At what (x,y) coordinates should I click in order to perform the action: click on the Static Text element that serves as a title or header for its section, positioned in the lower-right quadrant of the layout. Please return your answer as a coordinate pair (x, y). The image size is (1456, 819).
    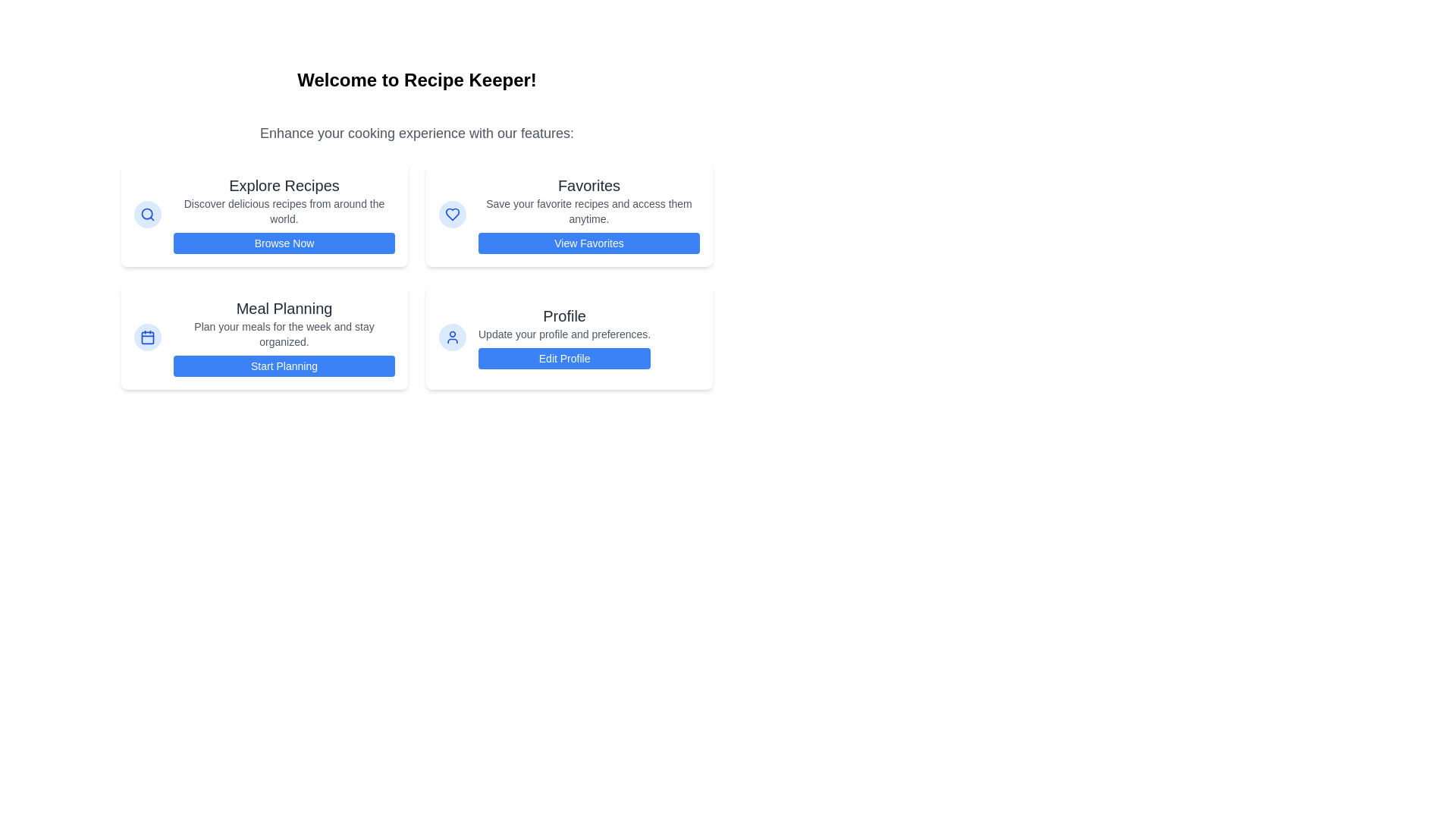
    Looking at the image, I should click on (563, 315).